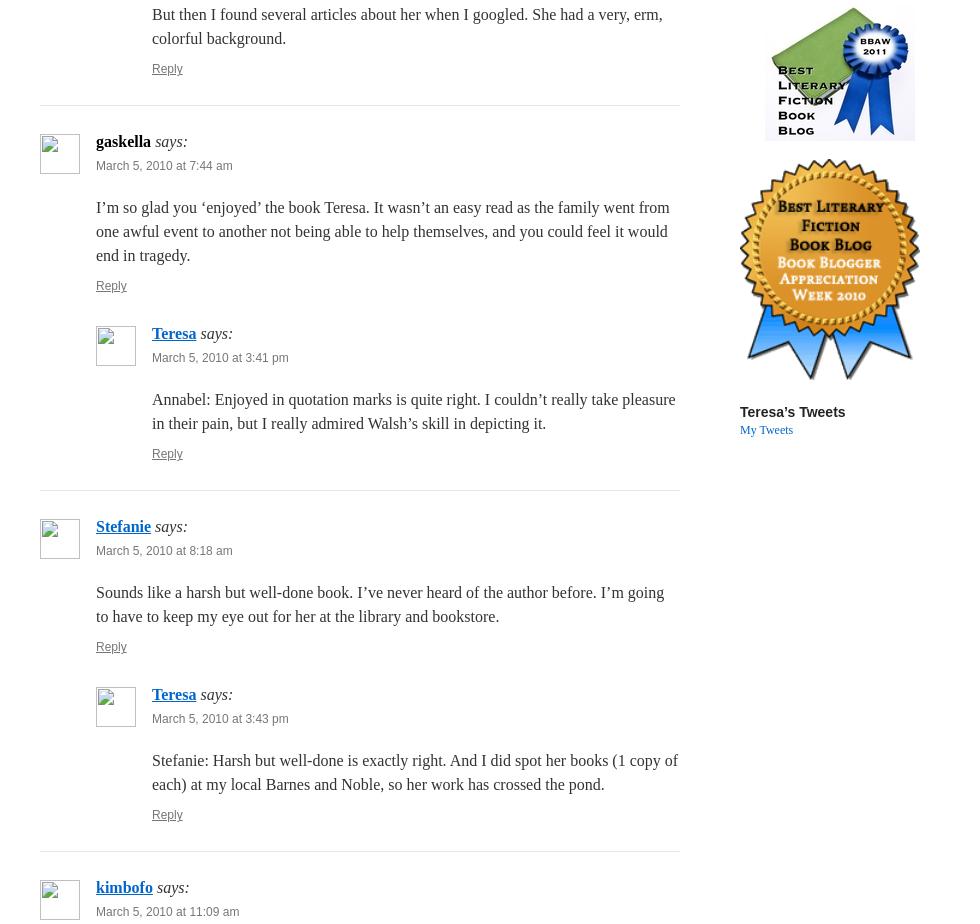 This screenshot has height=924, width=980. Describe the element at coordinates (220, 357) in the screenshot. I see `'March 5, 2010 at 3:41 pm'` at that location.